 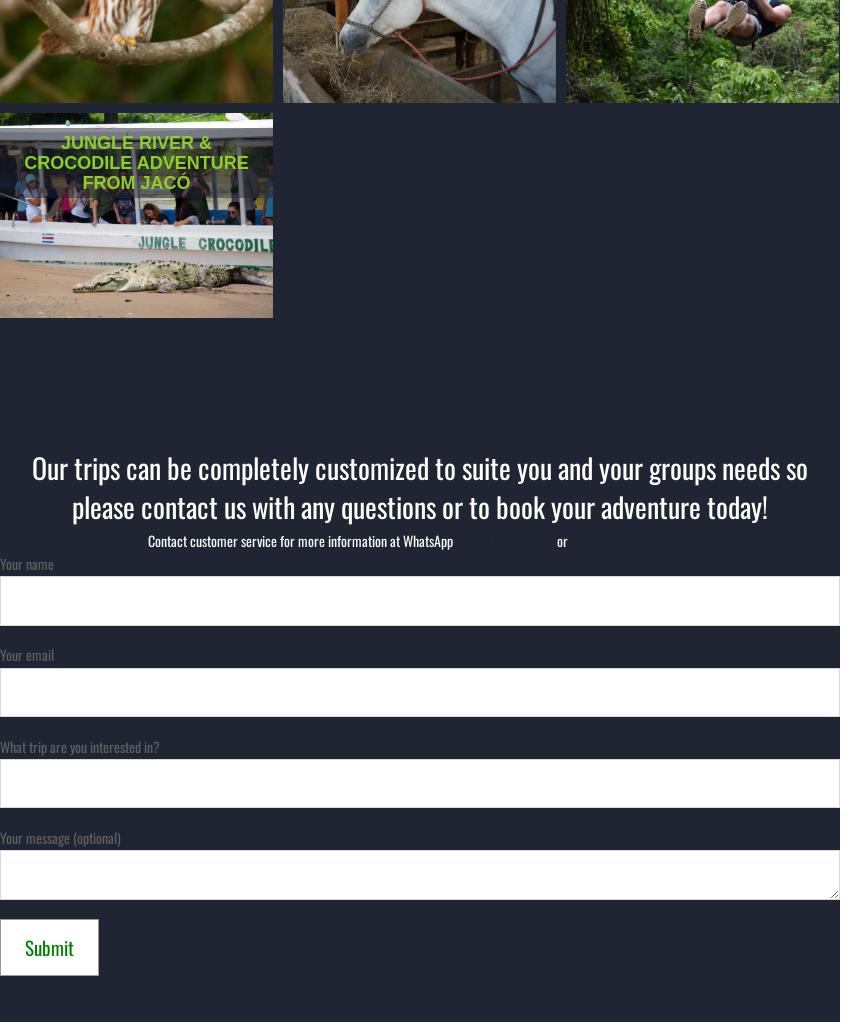 What do you see at coordinates (631, 539) in the screenshot?
I see `'info@tucanestours.com'` at bounding box center [631, 539].